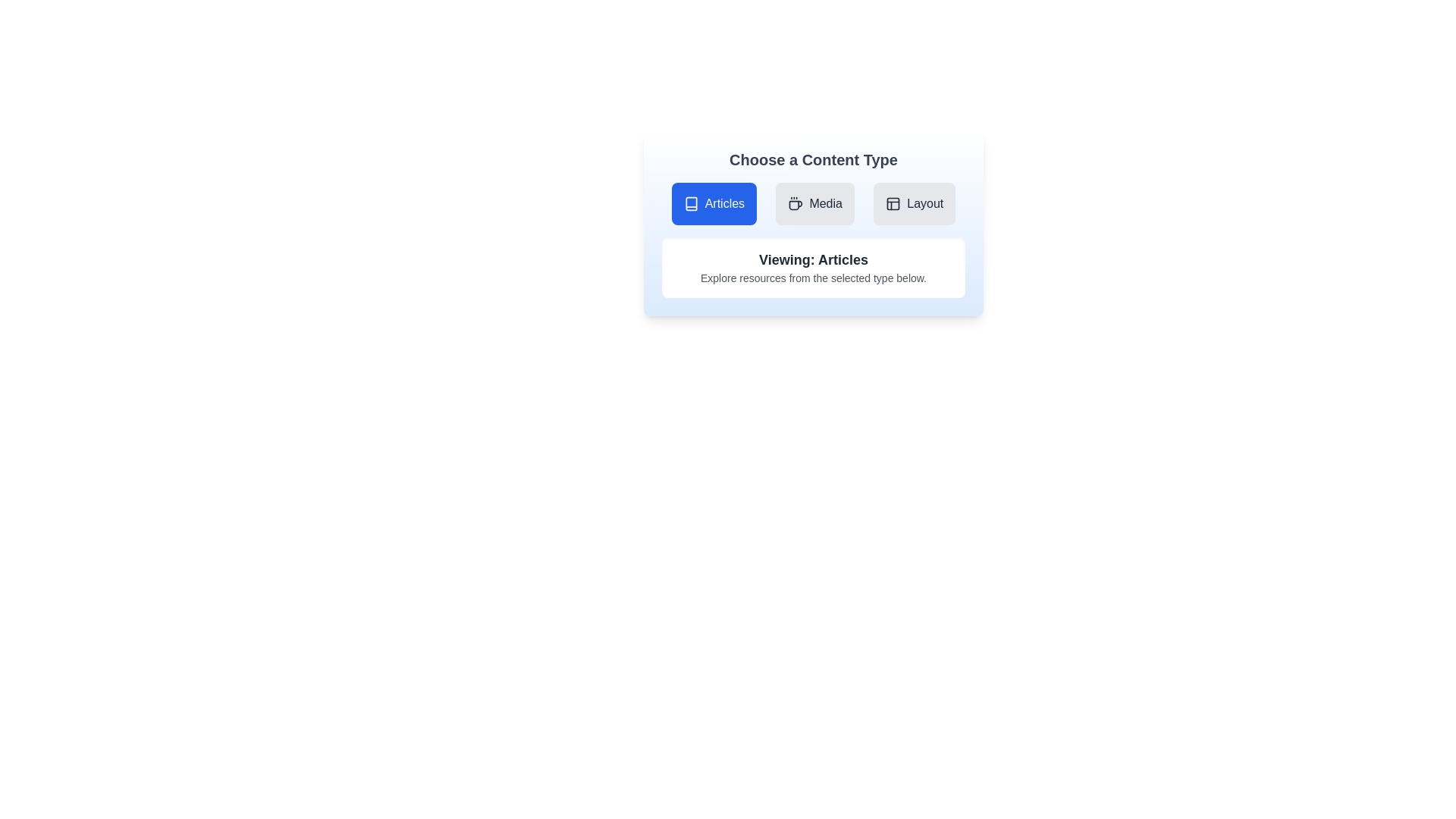 The width and height of the screenshot is (1456, 819). Describe the element at coordinates (814, 203) in the screenshot. I see `the 'Media' navigation button` at that location.